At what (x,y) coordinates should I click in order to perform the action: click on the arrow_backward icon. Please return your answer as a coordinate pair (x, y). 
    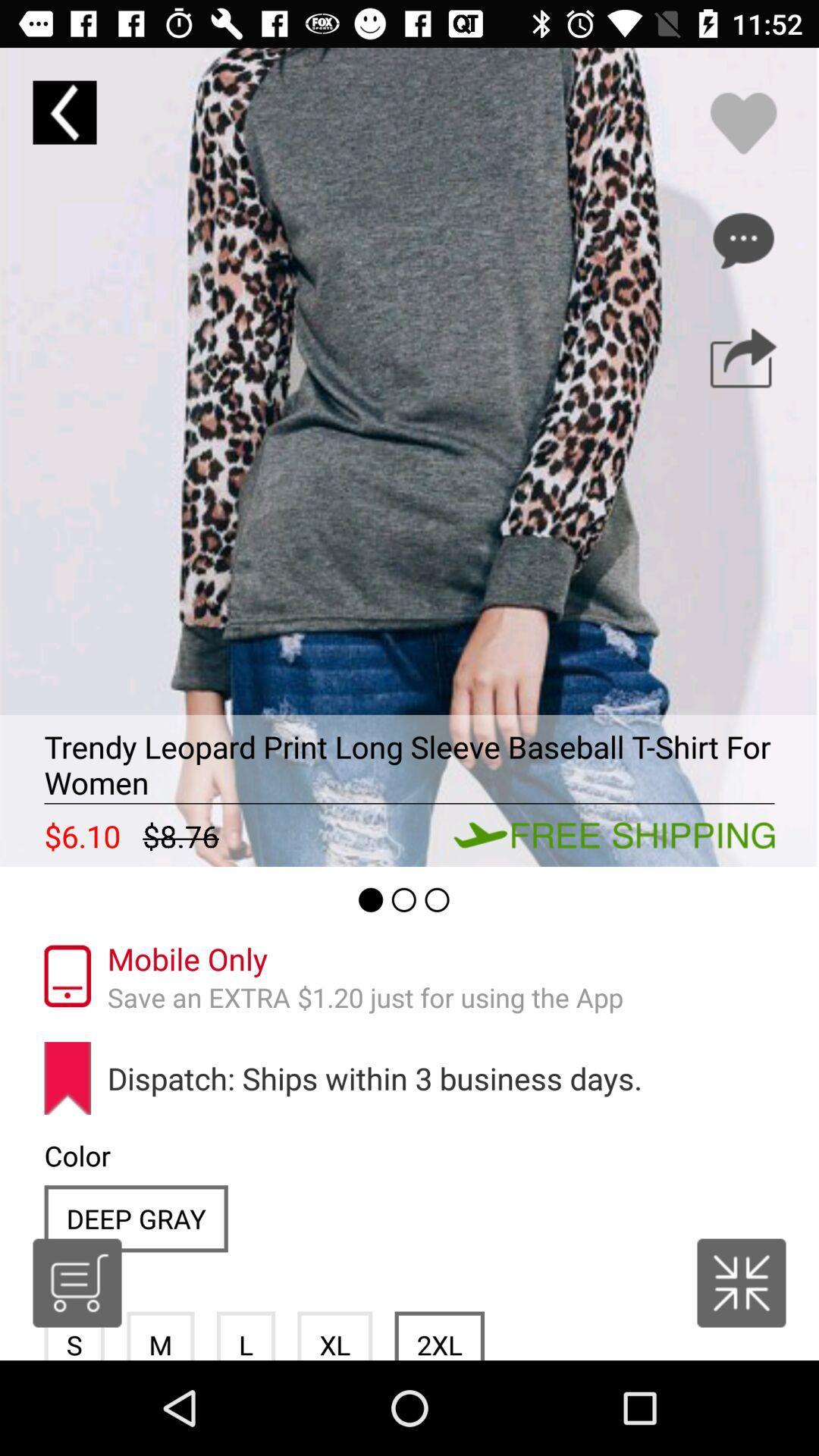
    Looking at the image, I should click on (64, 111).